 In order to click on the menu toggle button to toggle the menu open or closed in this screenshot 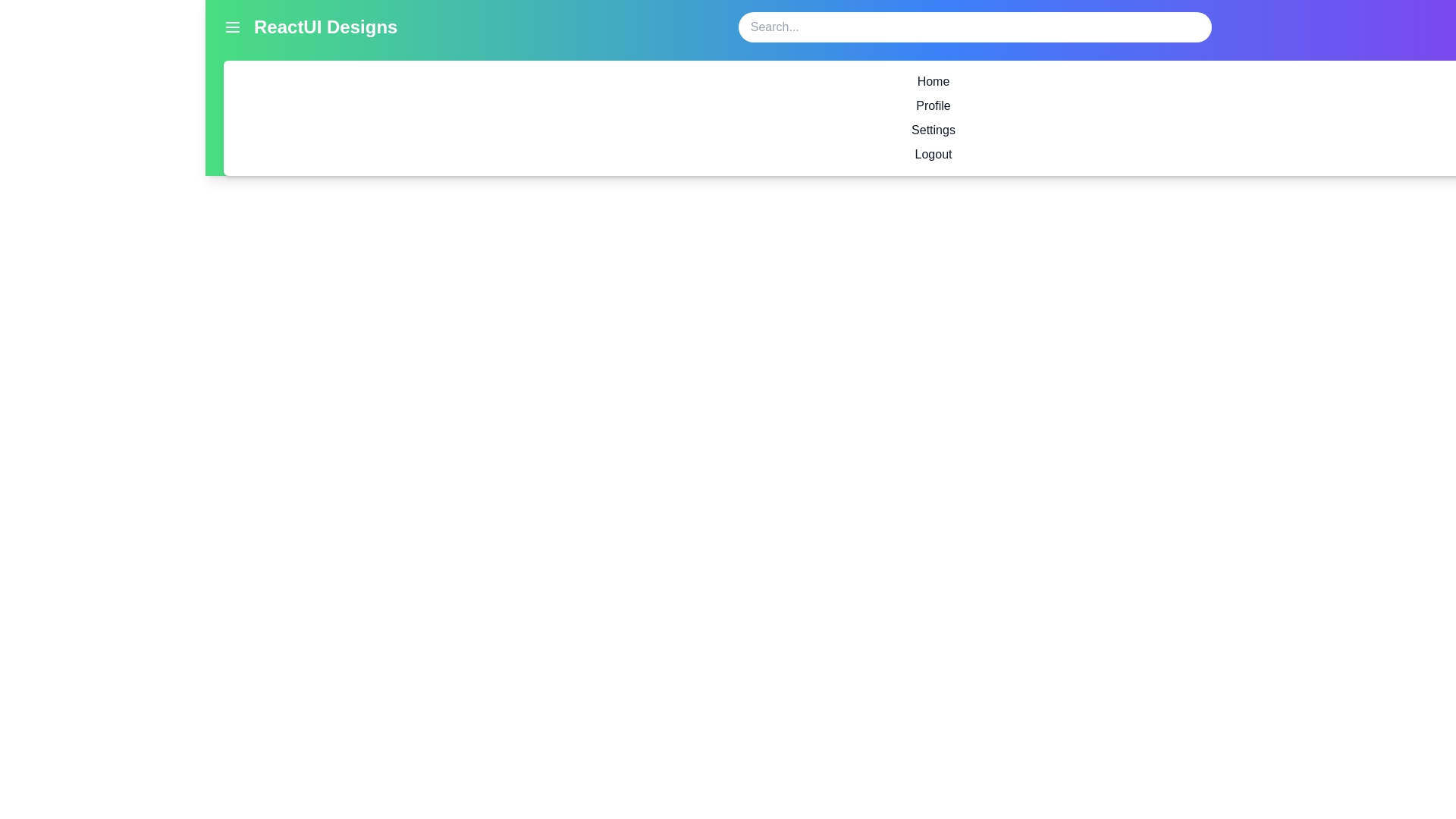, I will do `click(232, 27)`.